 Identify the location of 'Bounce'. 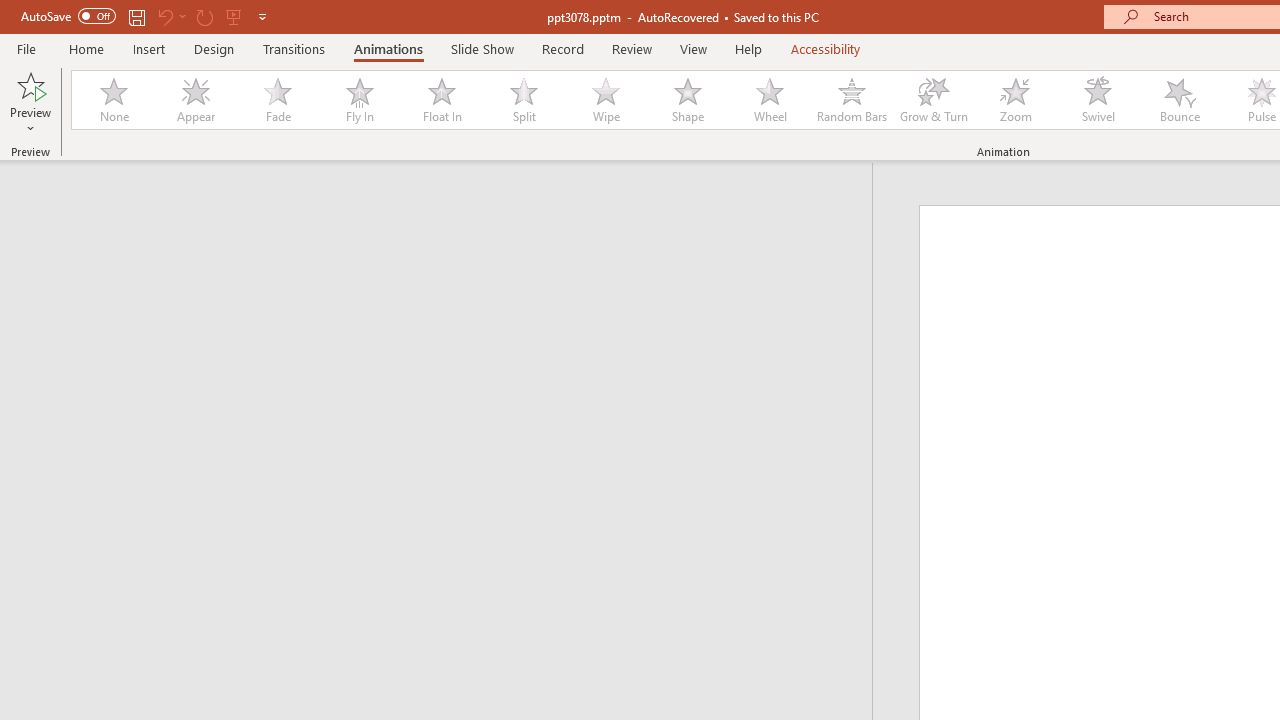
(1180, 100).